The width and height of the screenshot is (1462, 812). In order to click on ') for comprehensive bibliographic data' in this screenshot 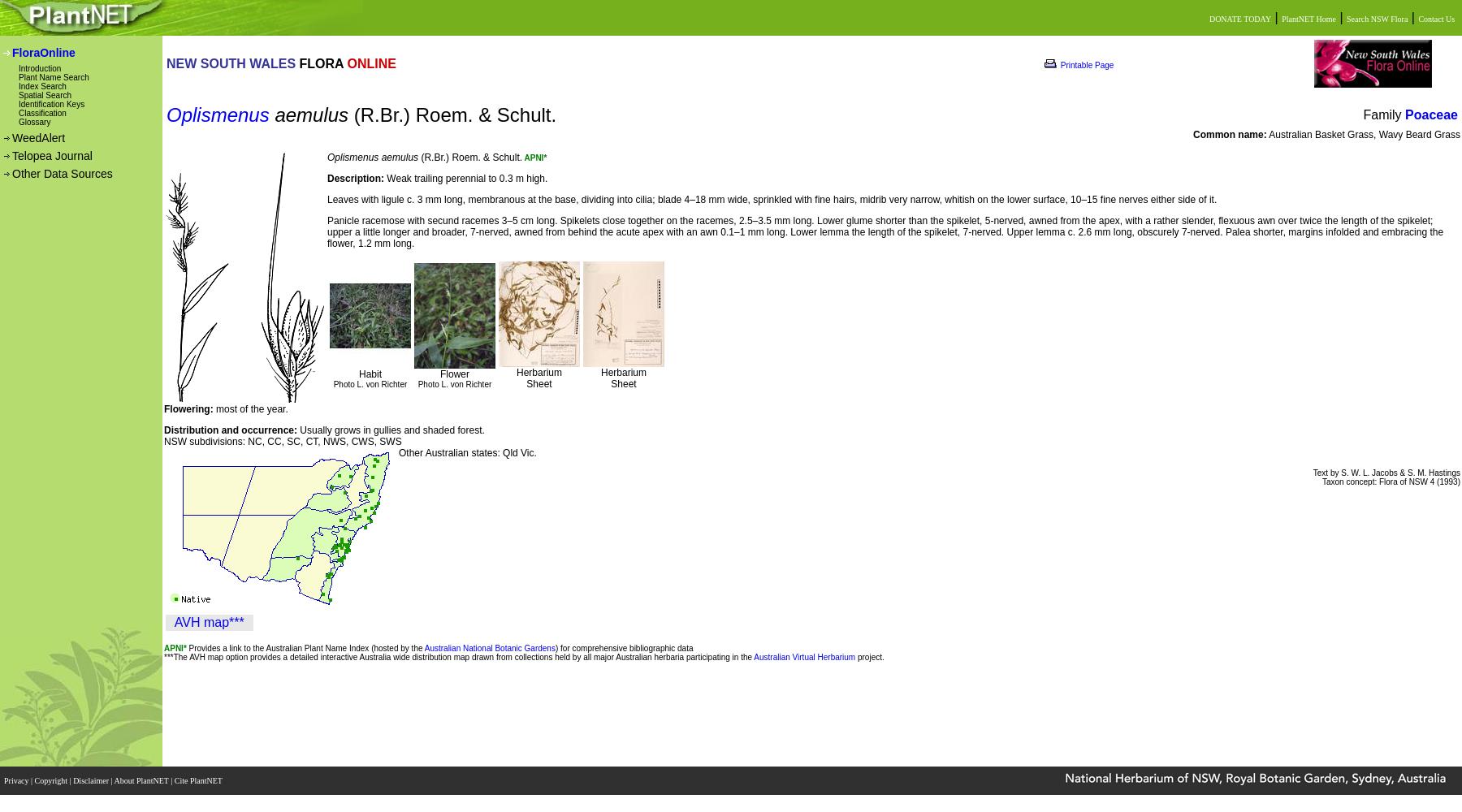, I will do `click(623, 648)`.